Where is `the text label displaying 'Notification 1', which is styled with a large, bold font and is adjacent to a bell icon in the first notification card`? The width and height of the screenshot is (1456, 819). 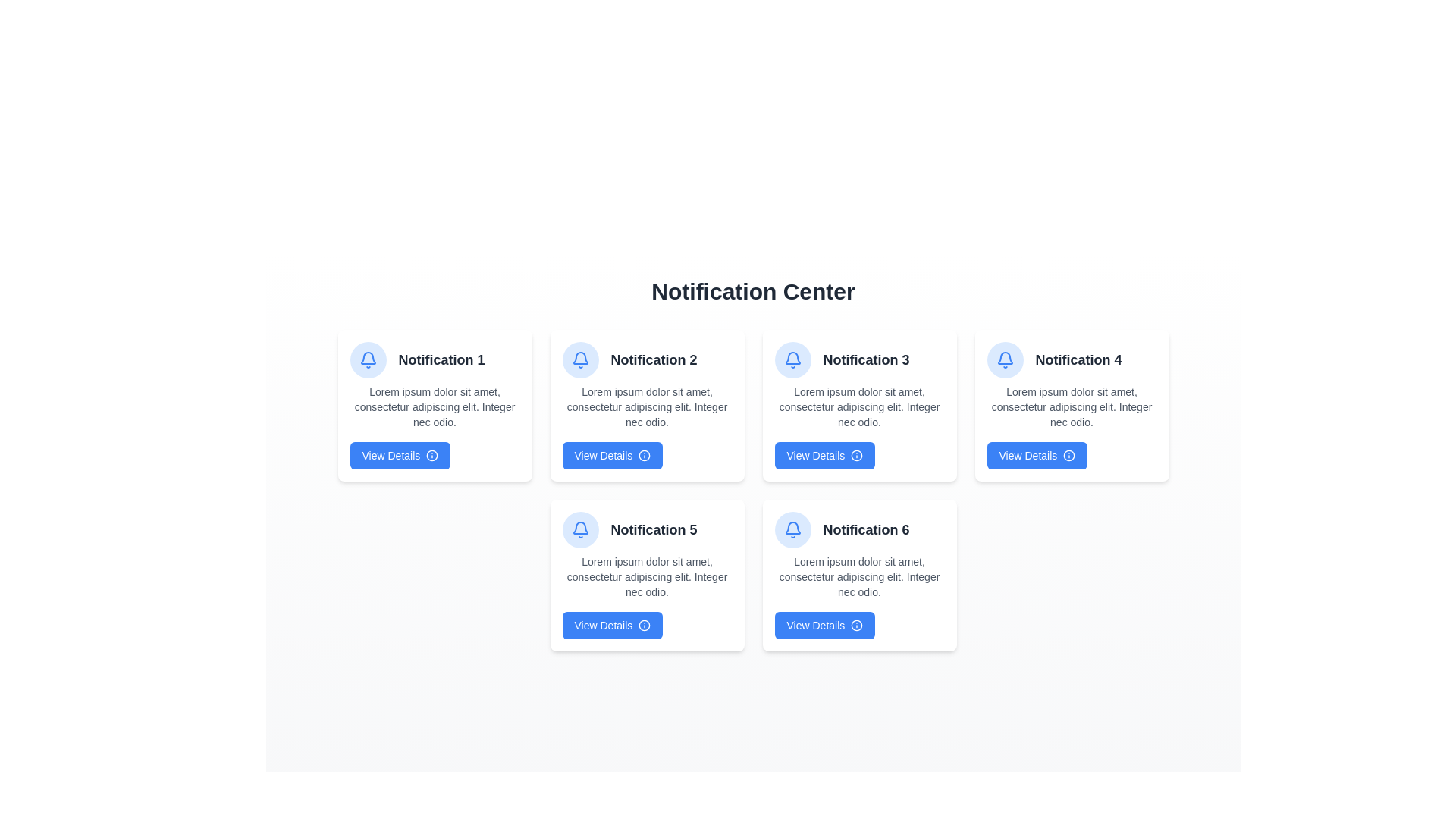 the text label displaying 'Notification 1', which is styled with a large, bold font and is adjacent to a bell icon in the first notification card is located at coordinates (441, 359).